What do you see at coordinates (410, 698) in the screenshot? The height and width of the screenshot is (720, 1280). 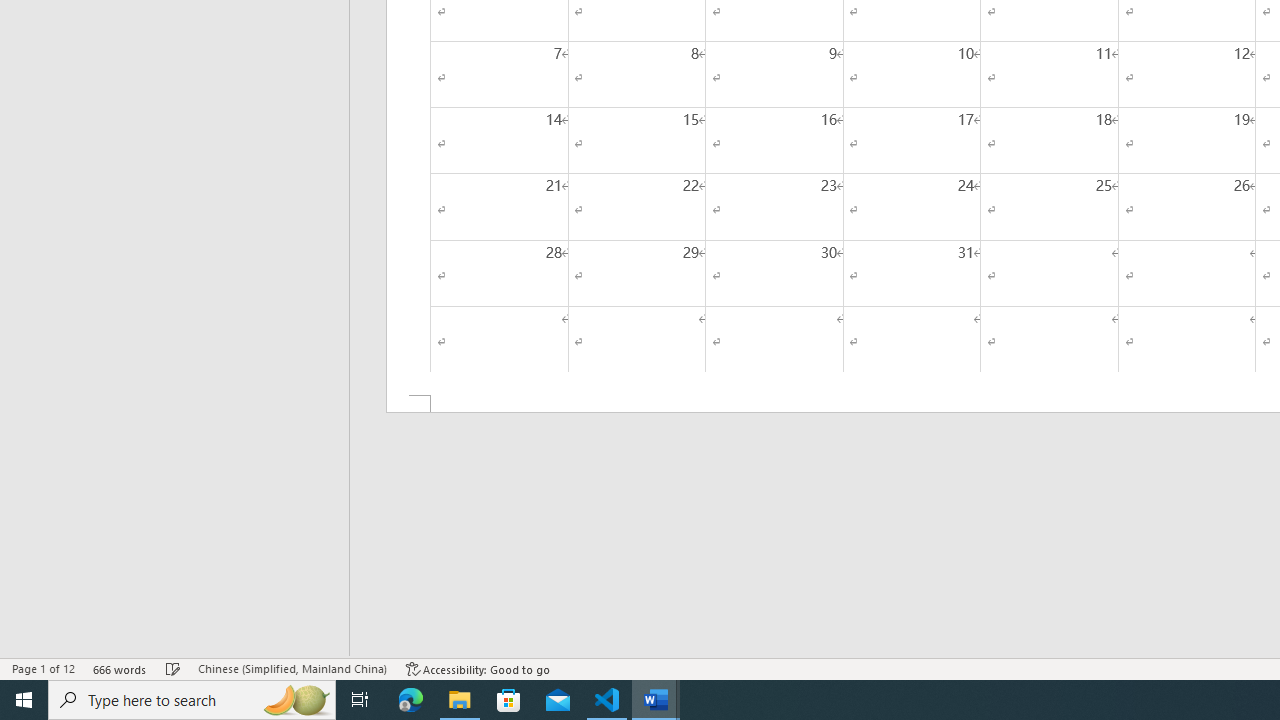 I see `'Microsoft Edge'` at bounding box center [410, 698].